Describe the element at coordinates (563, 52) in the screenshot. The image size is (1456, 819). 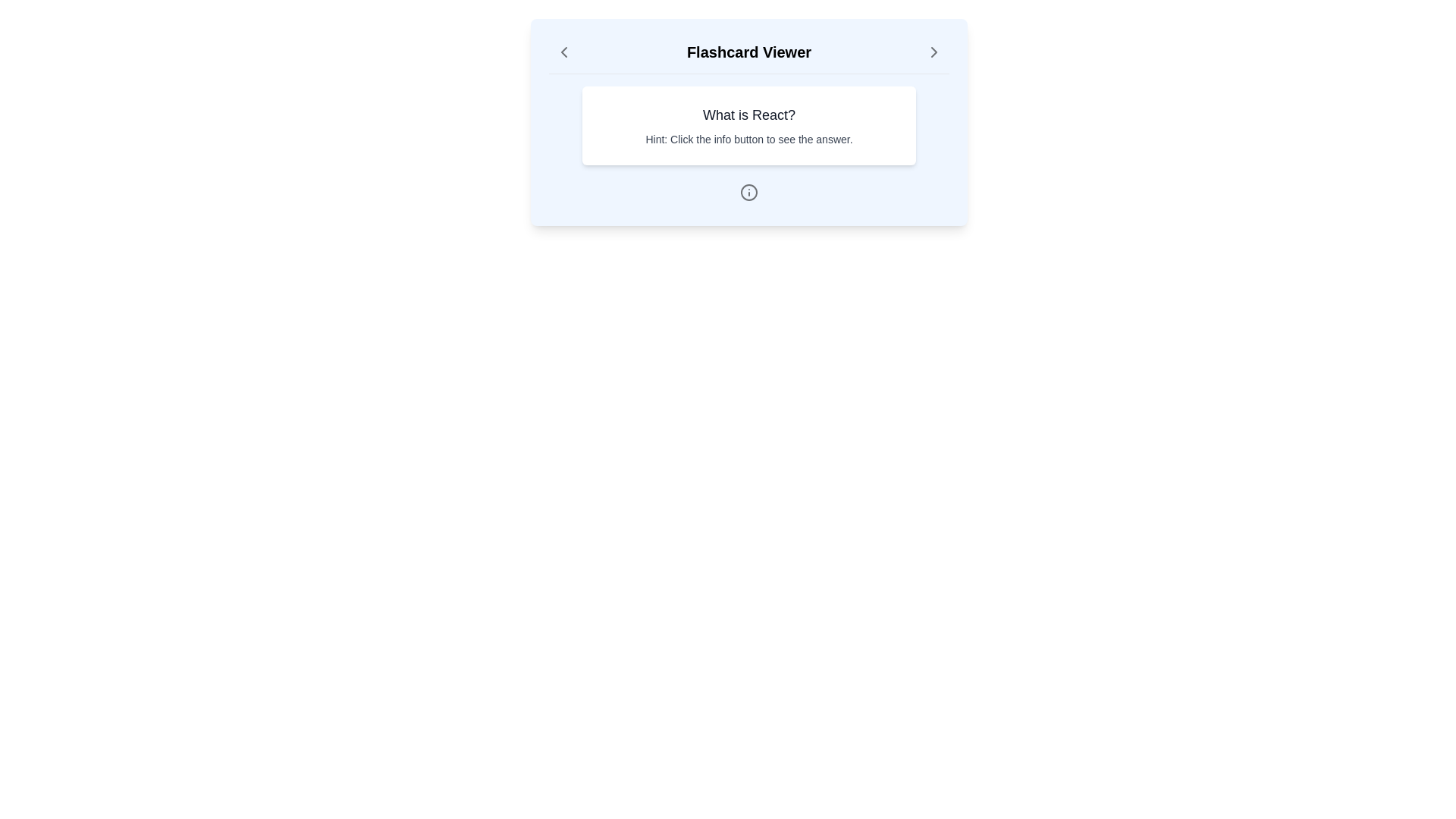
I see `the left-pointing arrow icon located within the button at the top left corner of the Flashcard Viewer` at that location.